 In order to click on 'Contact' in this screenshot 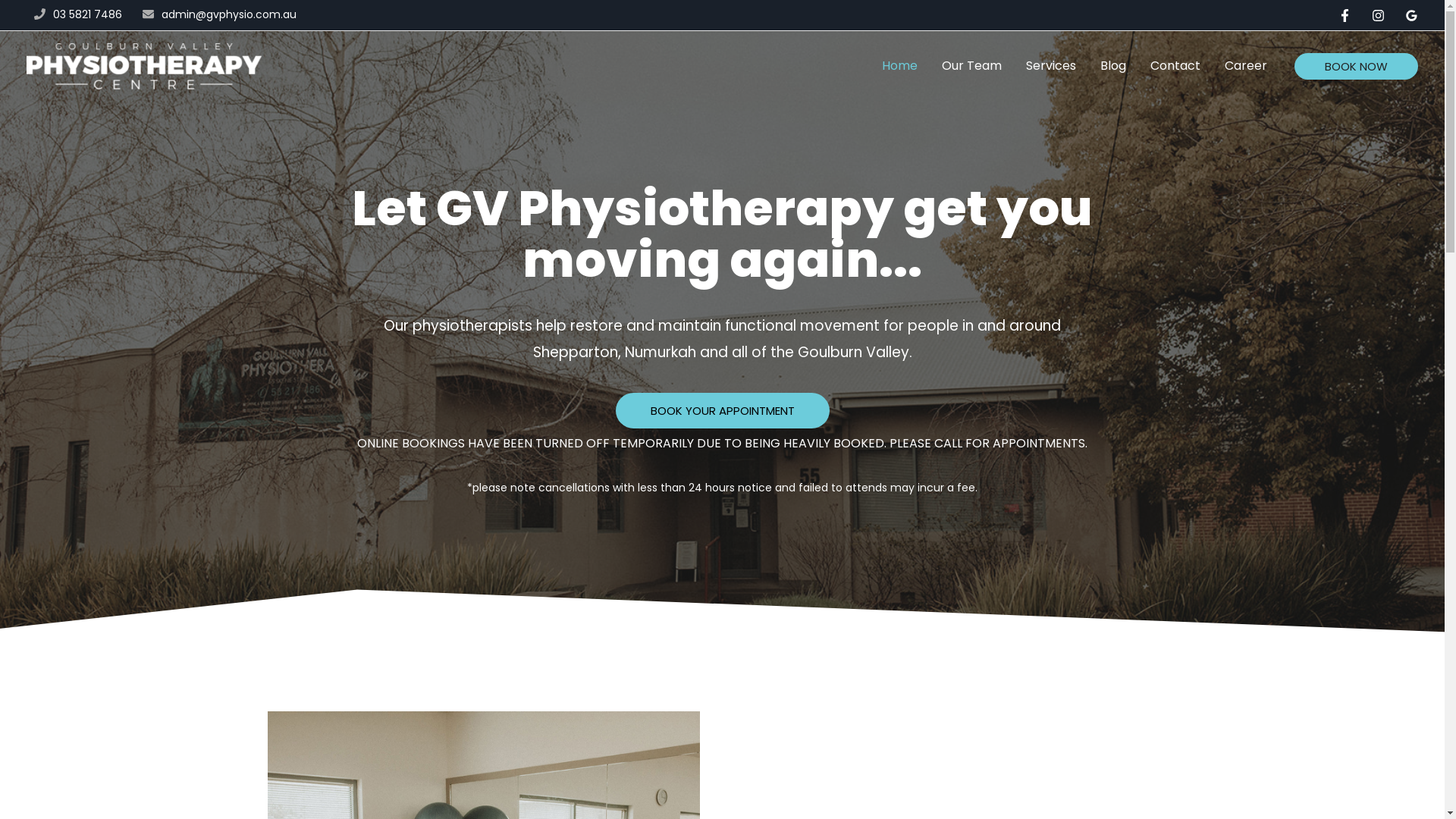, I will do `click(1175, 65)`.